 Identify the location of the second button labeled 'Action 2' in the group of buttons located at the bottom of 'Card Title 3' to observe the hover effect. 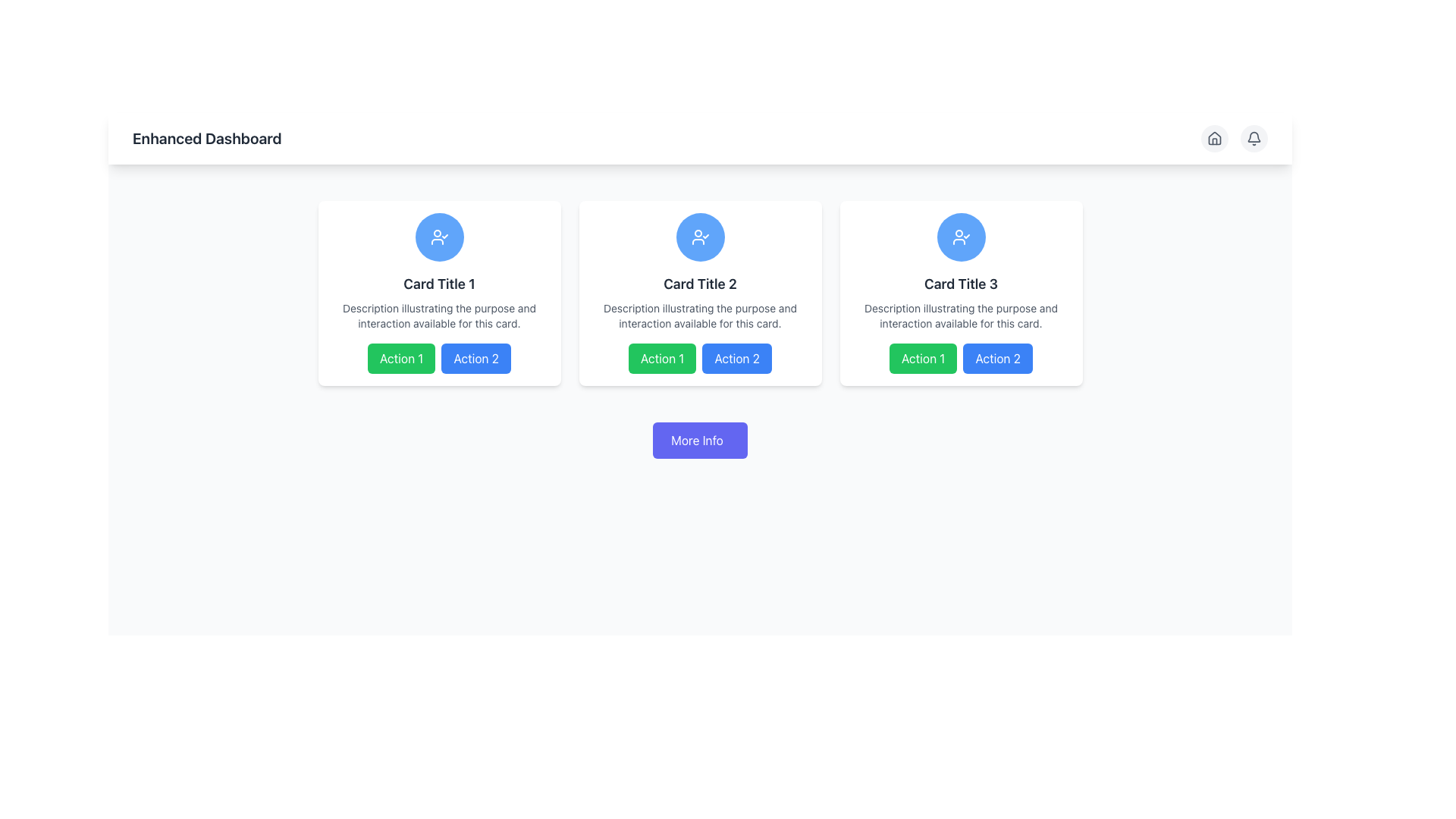
(960, 359).